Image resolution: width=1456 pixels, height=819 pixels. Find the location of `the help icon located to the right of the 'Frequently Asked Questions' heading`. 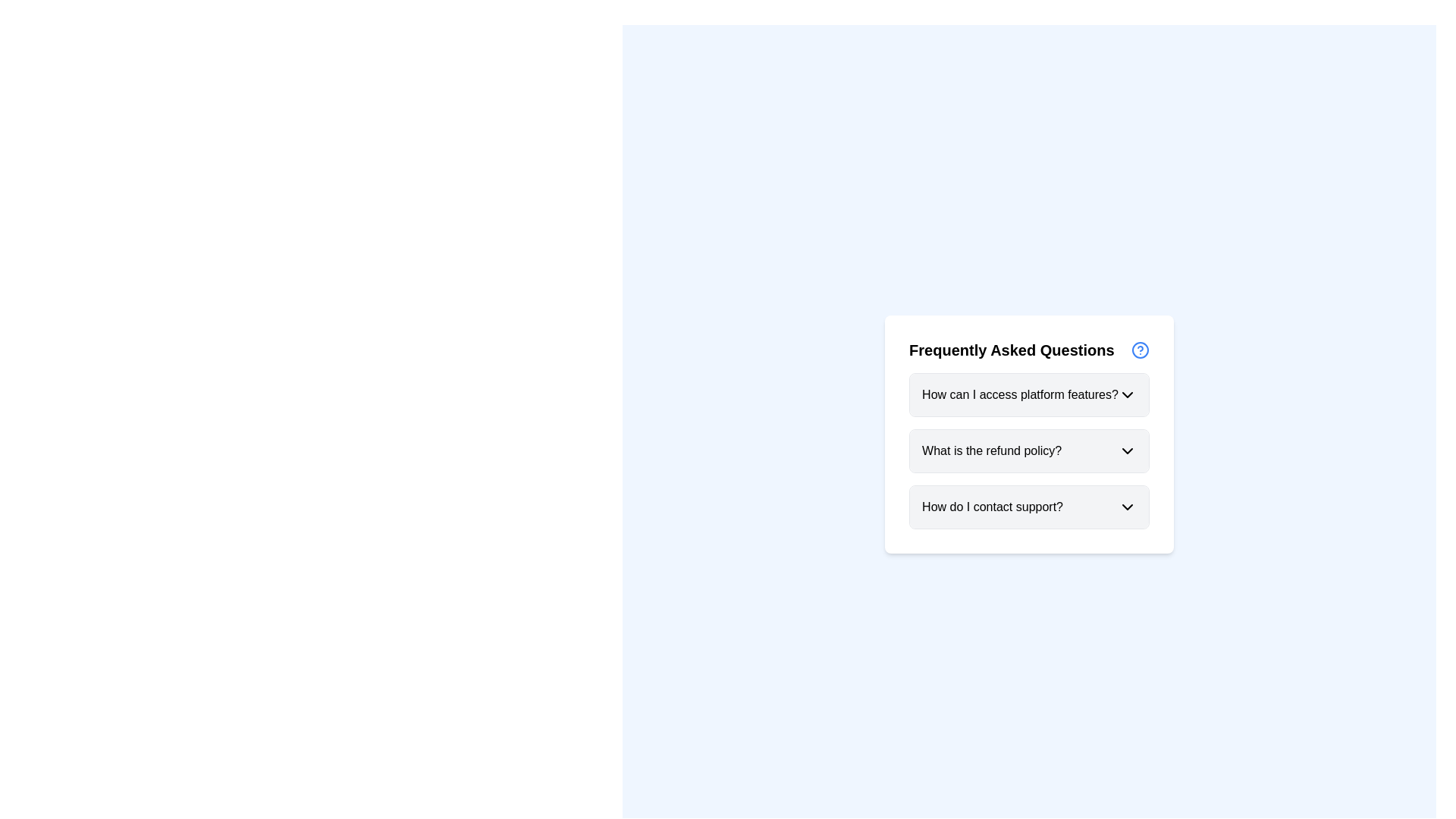

the help icon located to the right of the 'Frequently Asked Questions' heading is located at coordinates (1140, 350).